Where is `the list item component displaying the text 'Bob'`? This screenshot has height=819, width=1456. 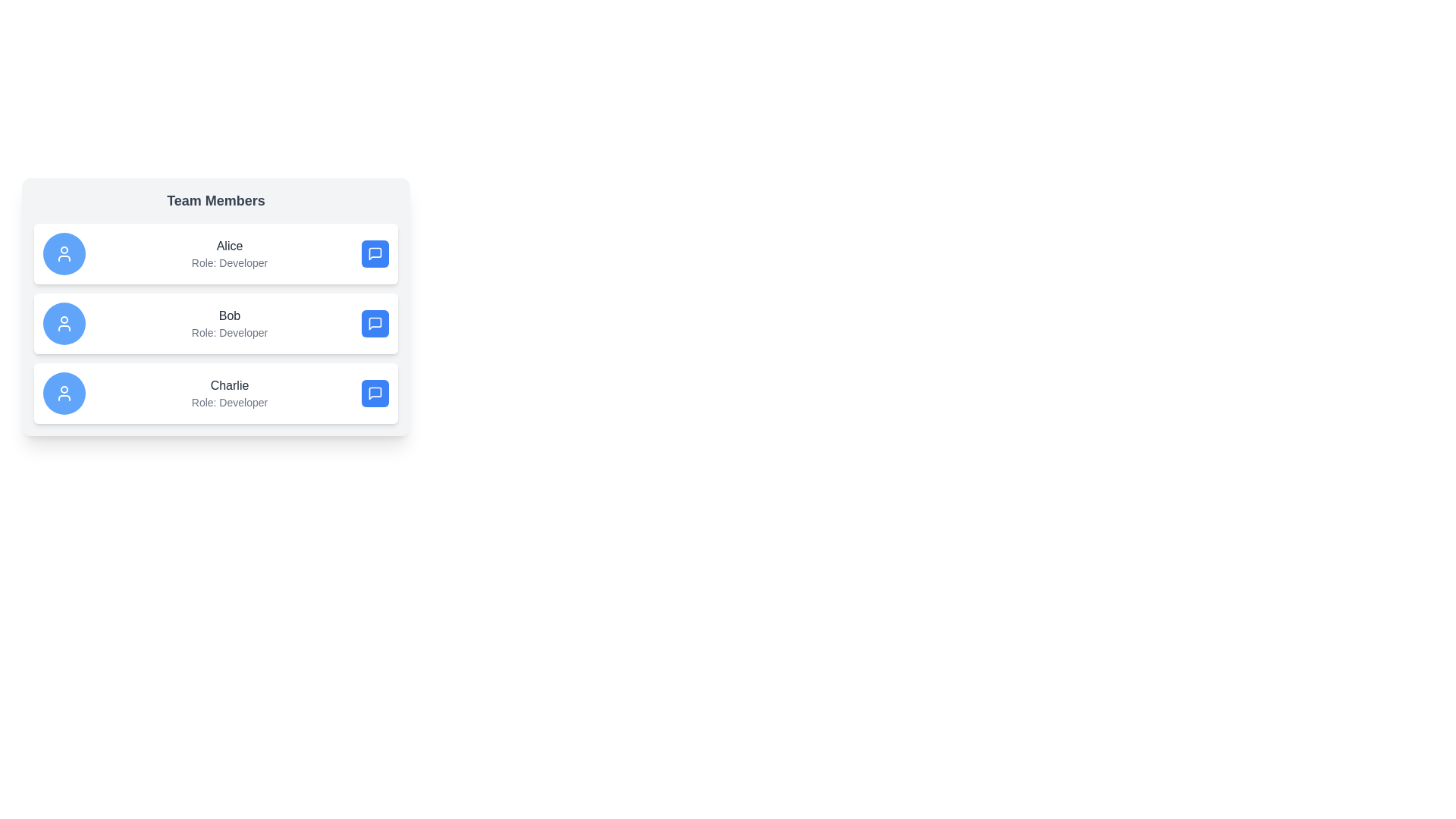 the list item component displaying the text 'Bob' is located at coordinates (215, 323).